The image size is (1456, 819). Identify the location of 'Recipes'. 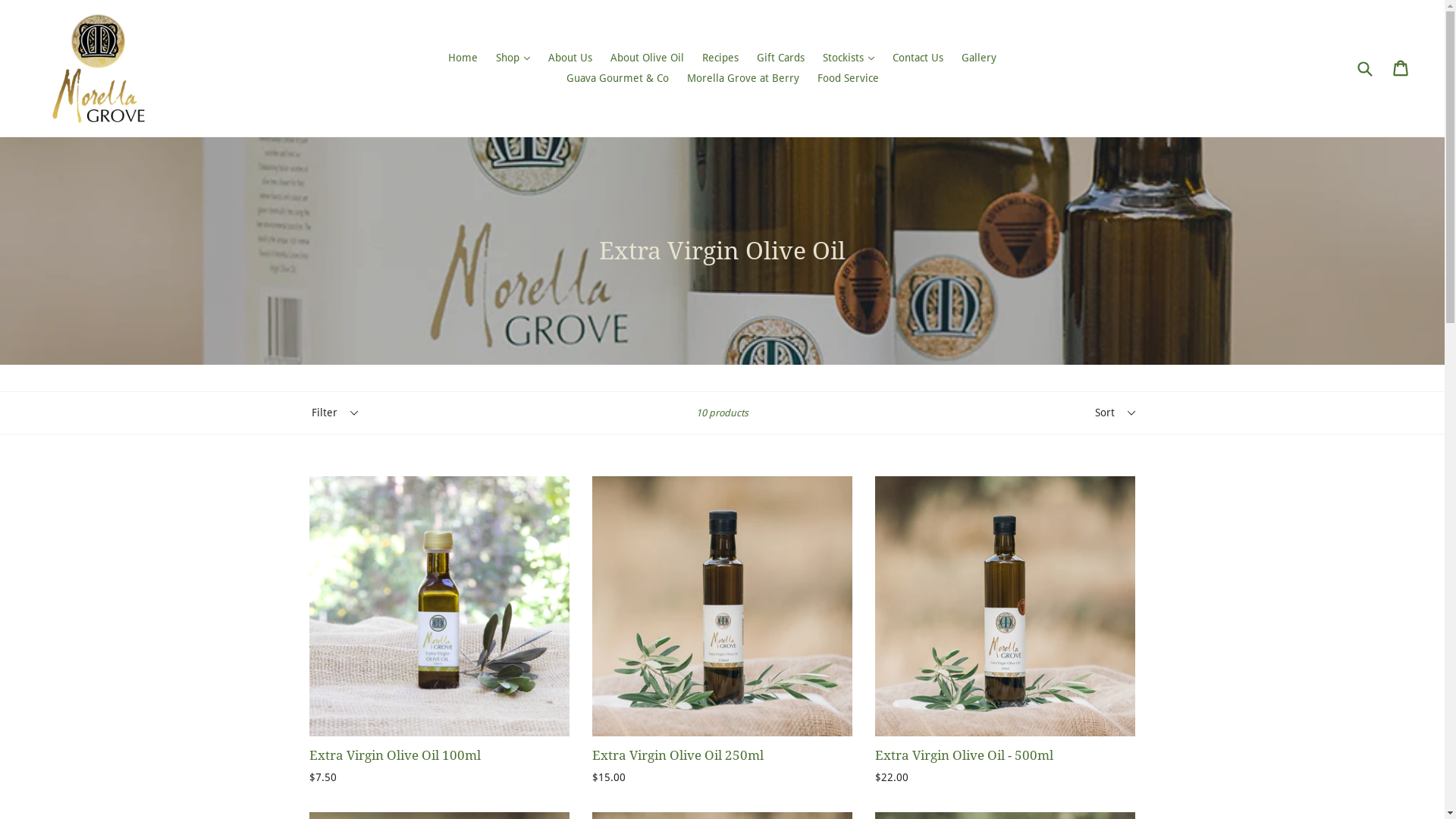
(720, 57).